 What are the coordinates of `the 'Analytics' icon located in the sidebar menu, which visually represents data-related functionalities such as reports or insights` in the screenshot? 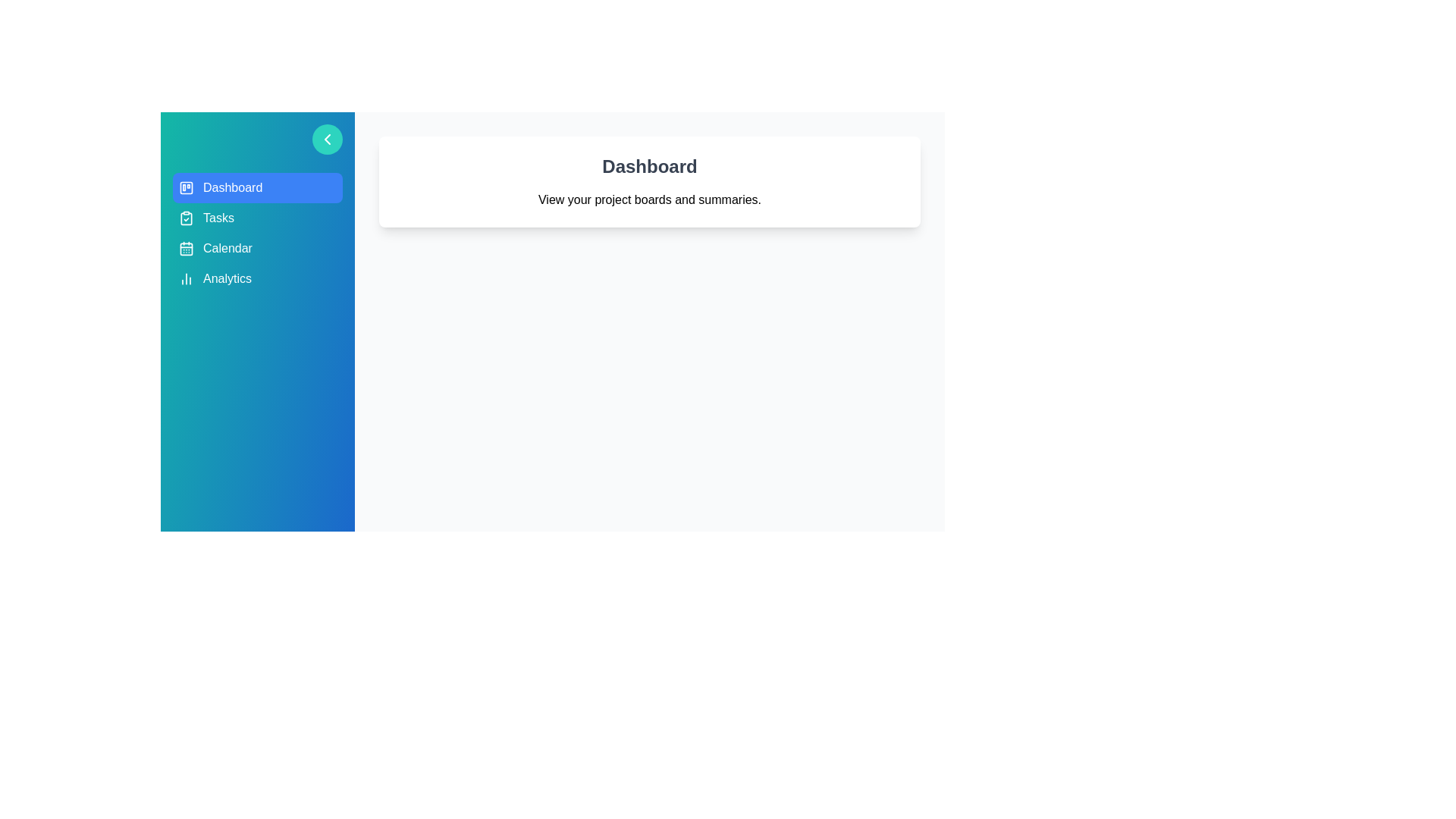 It's located at (185, 278).